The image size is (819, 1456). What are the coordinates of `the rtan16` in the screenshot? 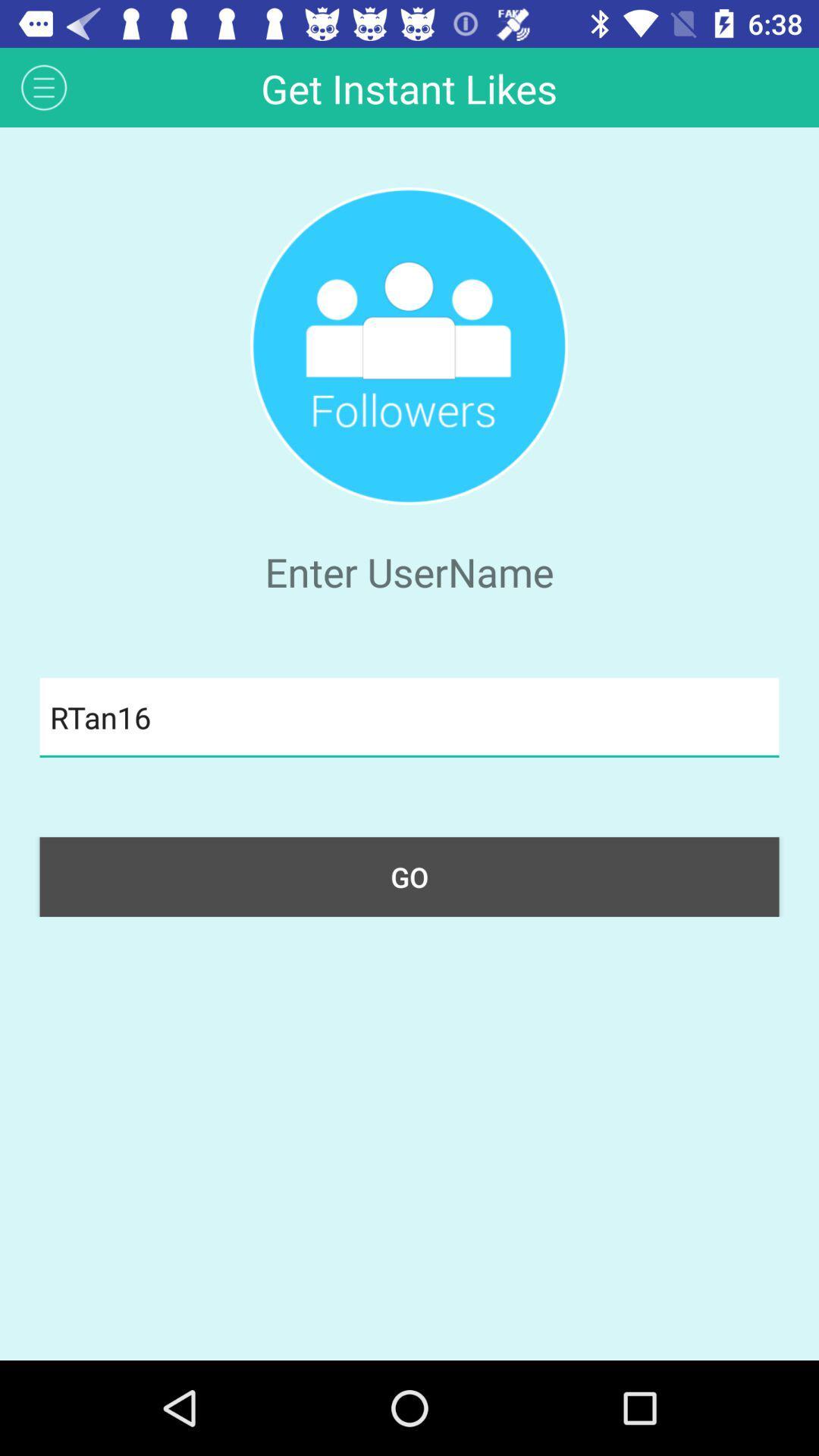 It's located at (409, 717).